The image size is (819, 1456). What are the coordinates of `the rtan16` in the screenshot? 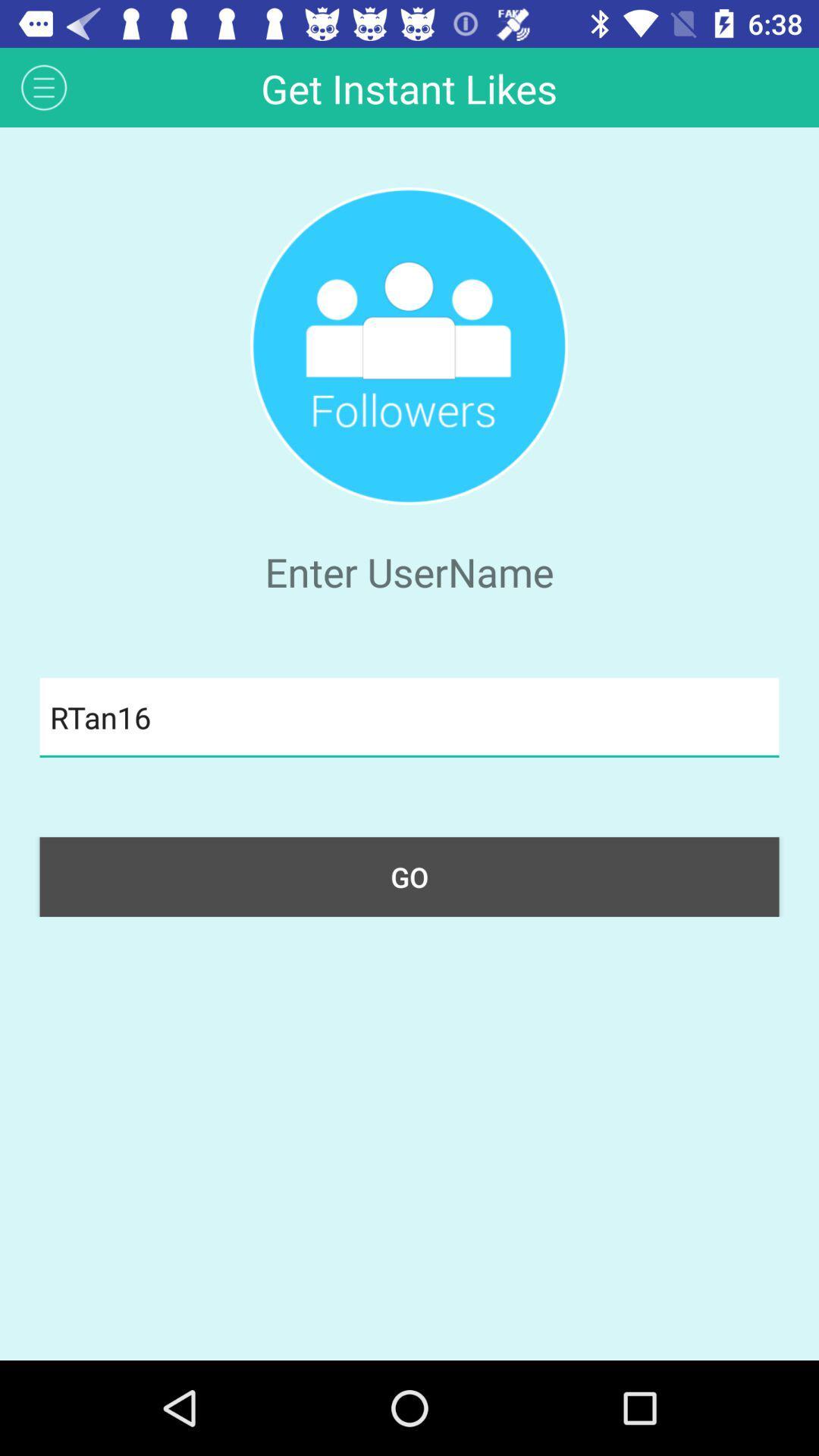 It's located at (409, 717).